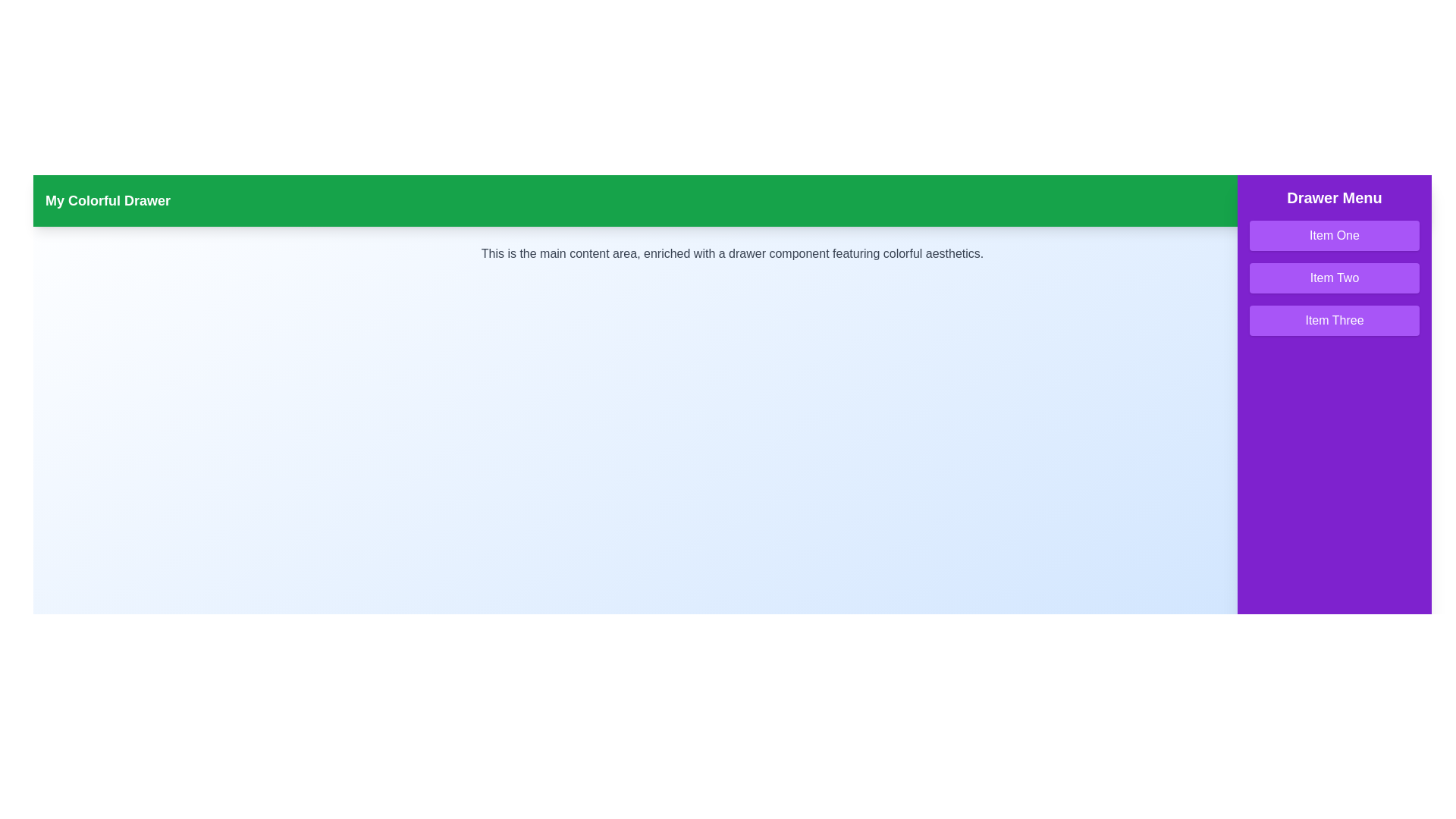  I want to click on the navigation button located in the sidebar, which redirects users to the 'Item Two' section, so click(1335, 278).